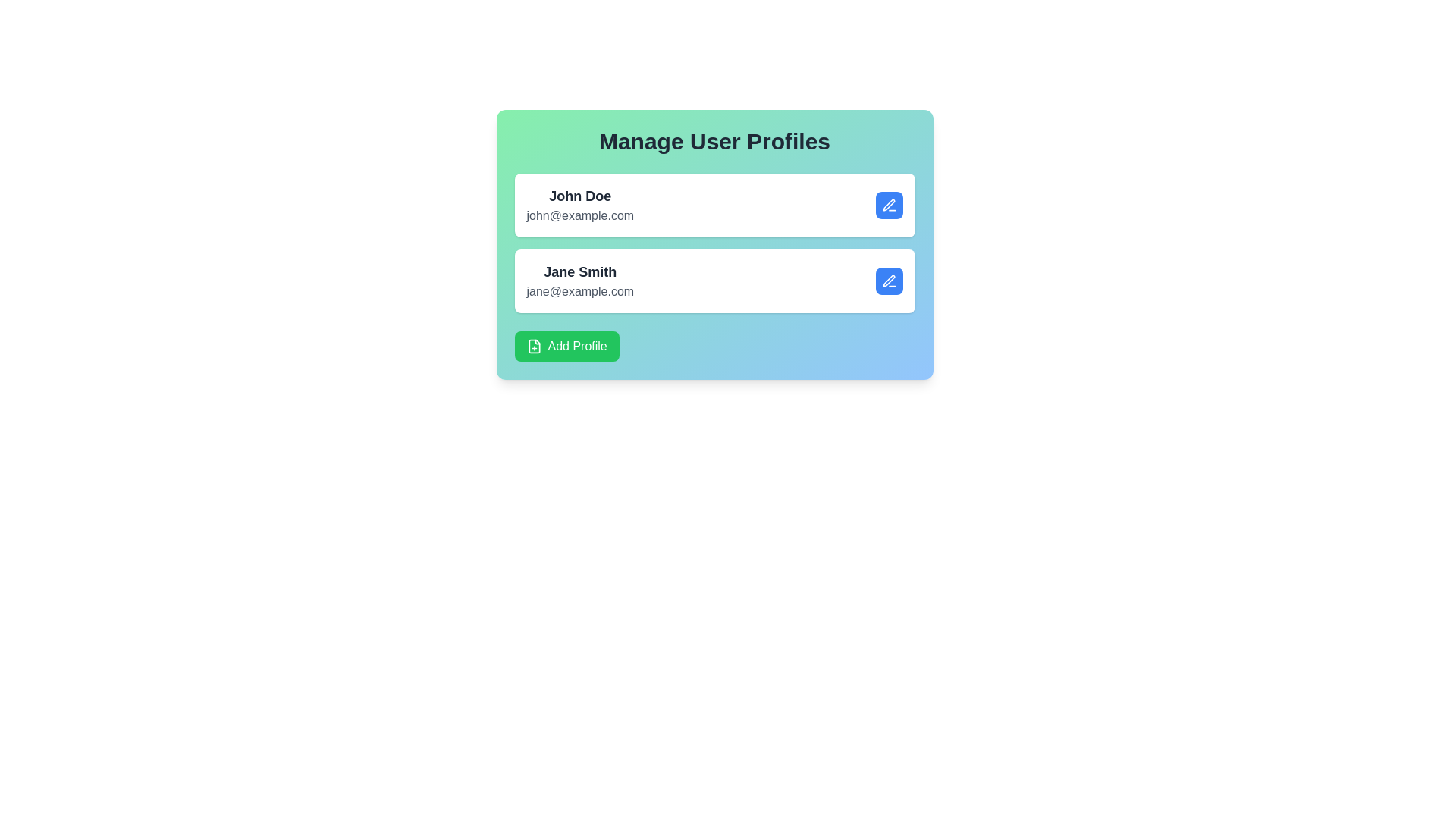 The width and height of the screenshot is (1456, 819). Describe the element at coordinates (579, 271) in the screenshot. I see `the static text displaying the name 'Jane Smith' in the user profile section located under 'Manage User Profiles.'` at that location.